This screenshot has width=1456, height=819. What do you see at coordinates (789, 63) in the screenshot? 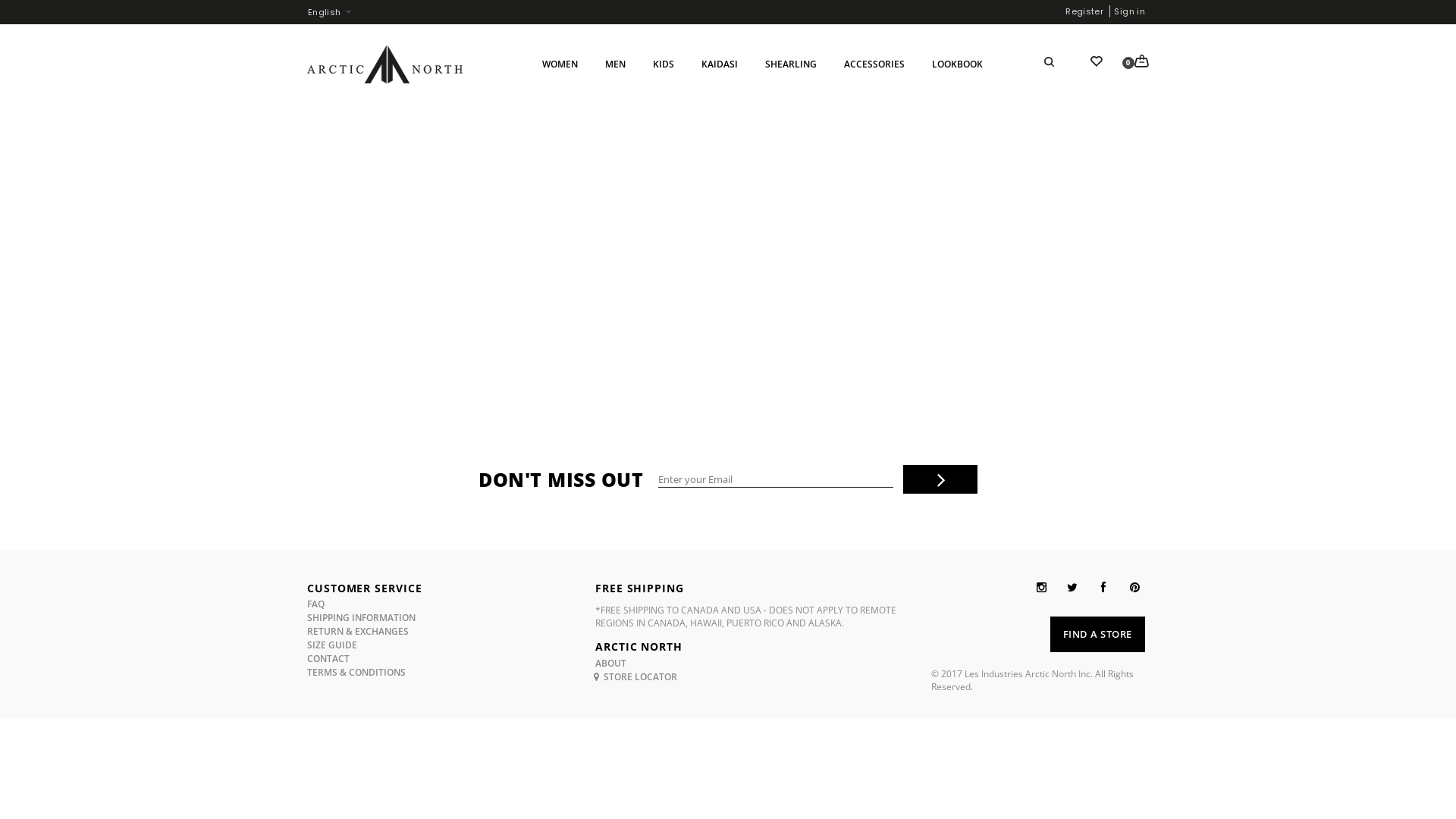
I see `'SHEARLING'` at bounding box center [789, 63].